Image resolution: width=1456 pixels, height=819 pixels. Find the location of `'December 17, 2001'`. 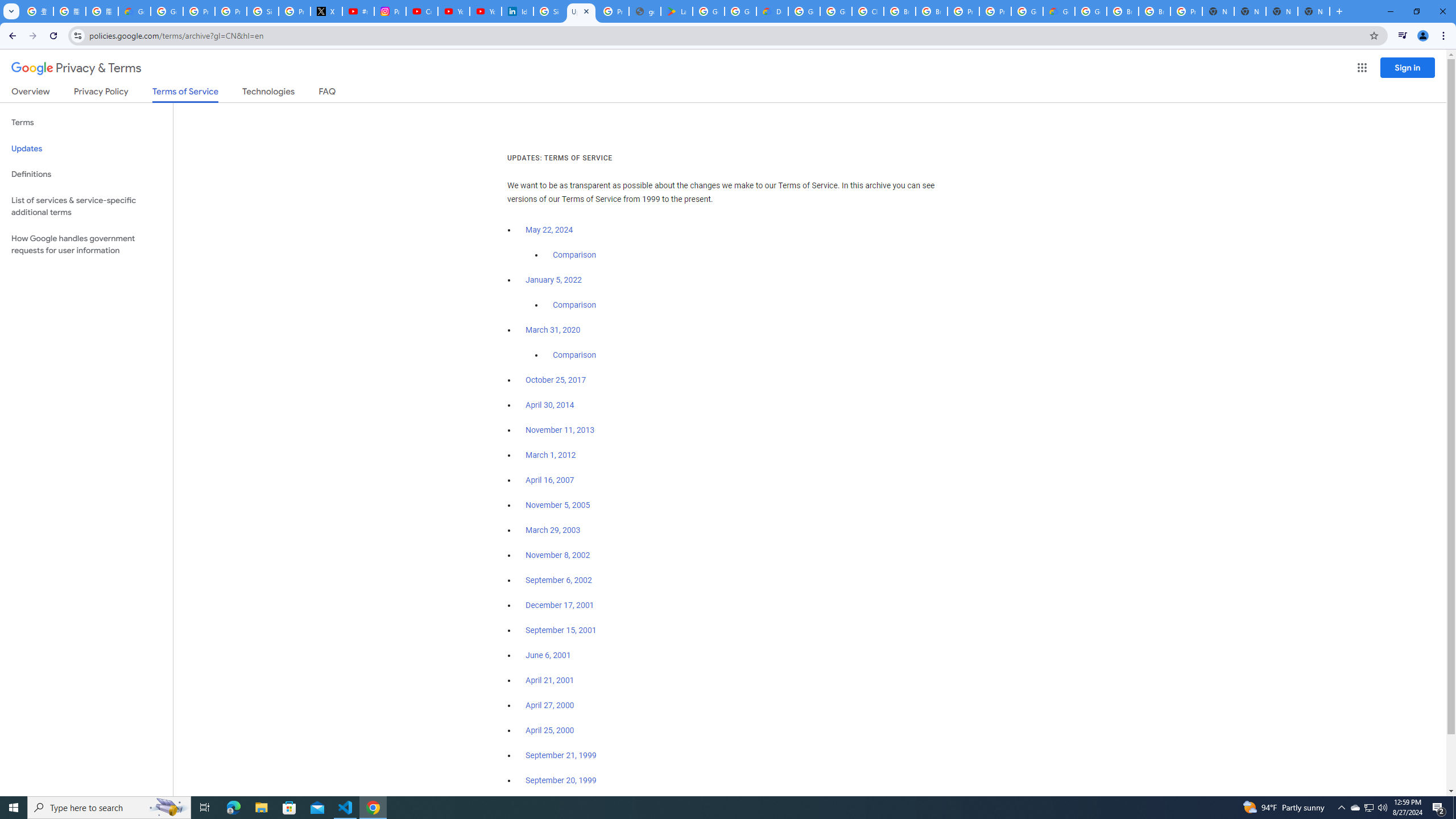

'December 17, 2001' is located at coordinates (559, 605).